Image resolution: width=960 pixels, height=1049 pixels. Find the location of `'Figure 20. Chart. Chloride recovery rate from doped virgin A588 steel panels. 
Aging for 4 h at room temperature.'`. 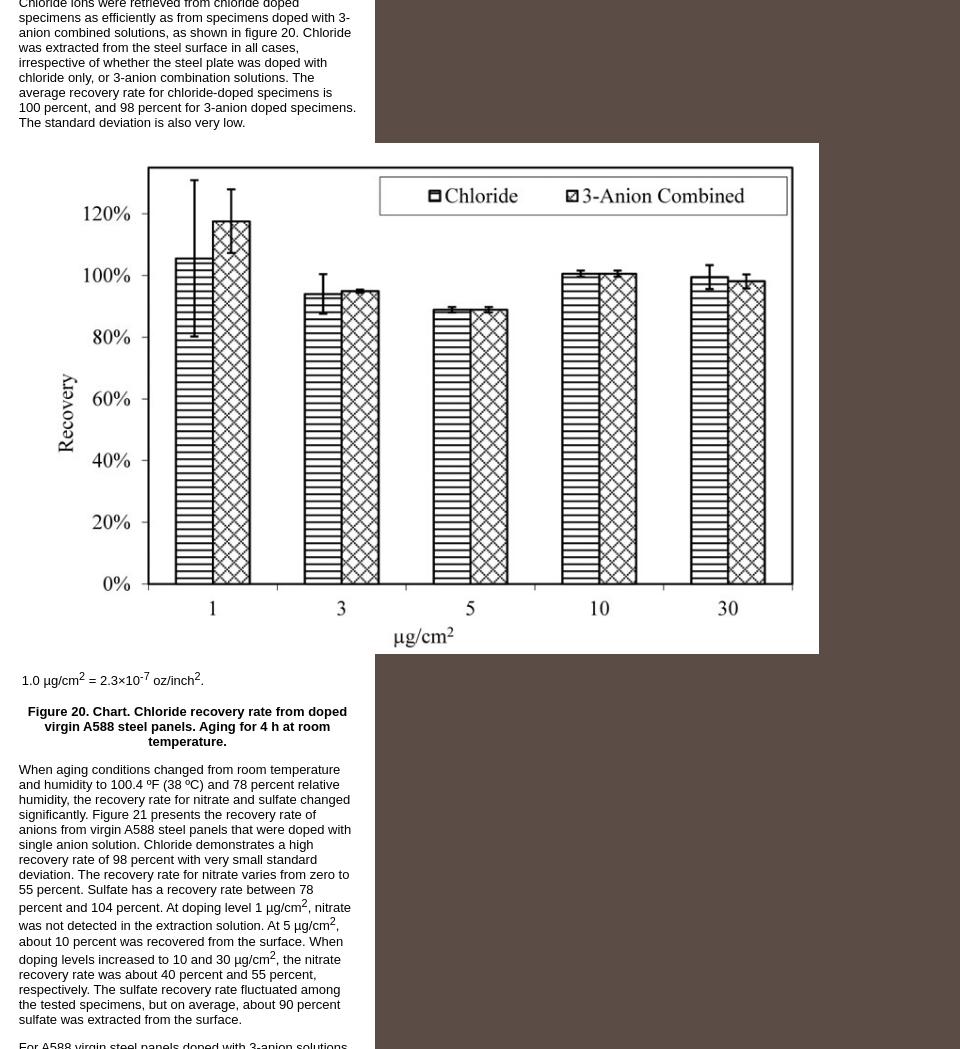

'Figure 20. Chart. Chloride recovery rate from doped virgin A588 steel panels. 
Aging for 4 h at room temperature.' is located at coordinates (187, 726).